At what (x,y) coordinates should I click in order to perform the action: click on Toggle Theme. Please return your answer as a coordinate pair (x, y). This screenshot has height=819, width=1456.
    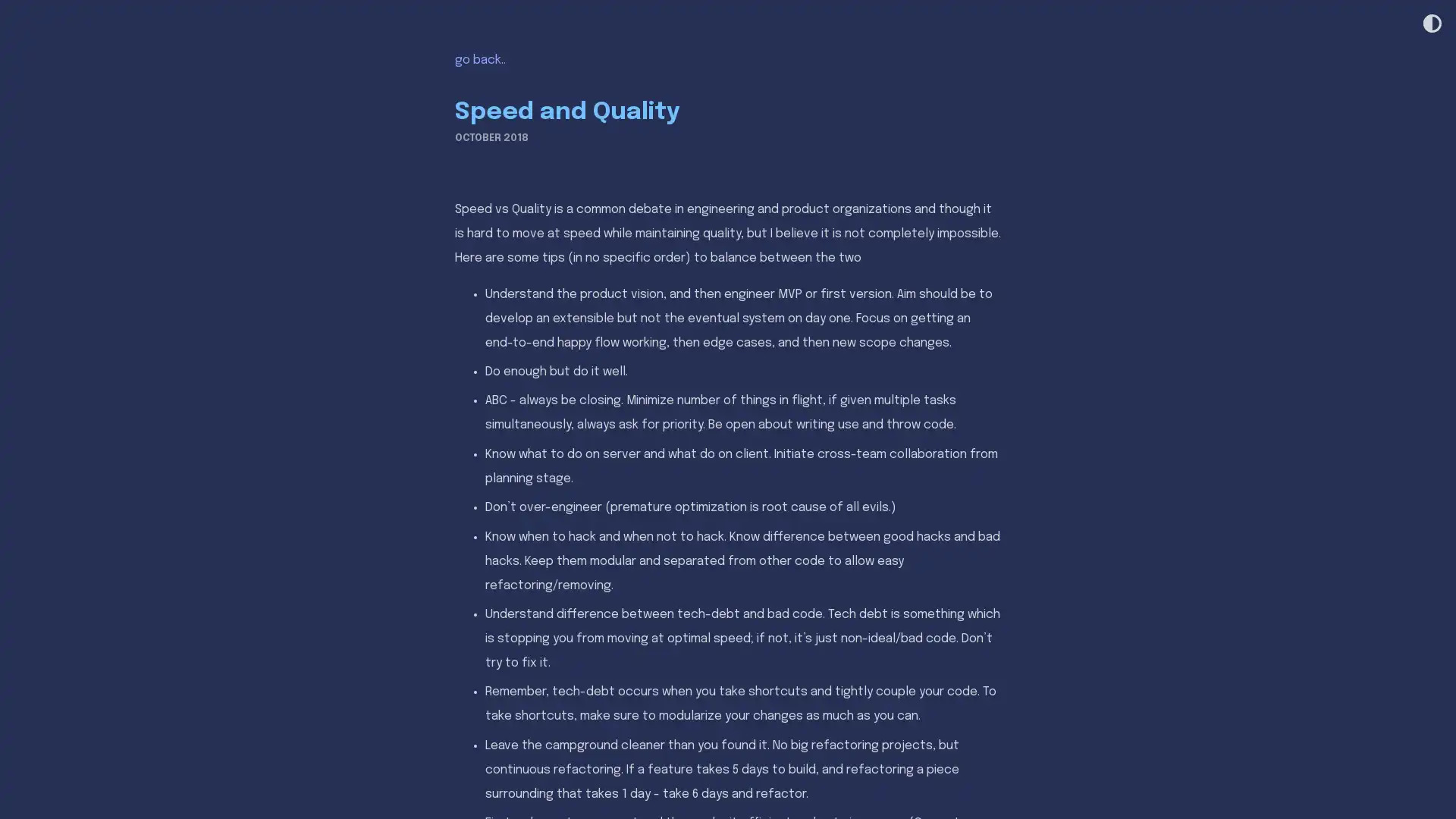
    Looking at the image, I should click on (1430, 24).